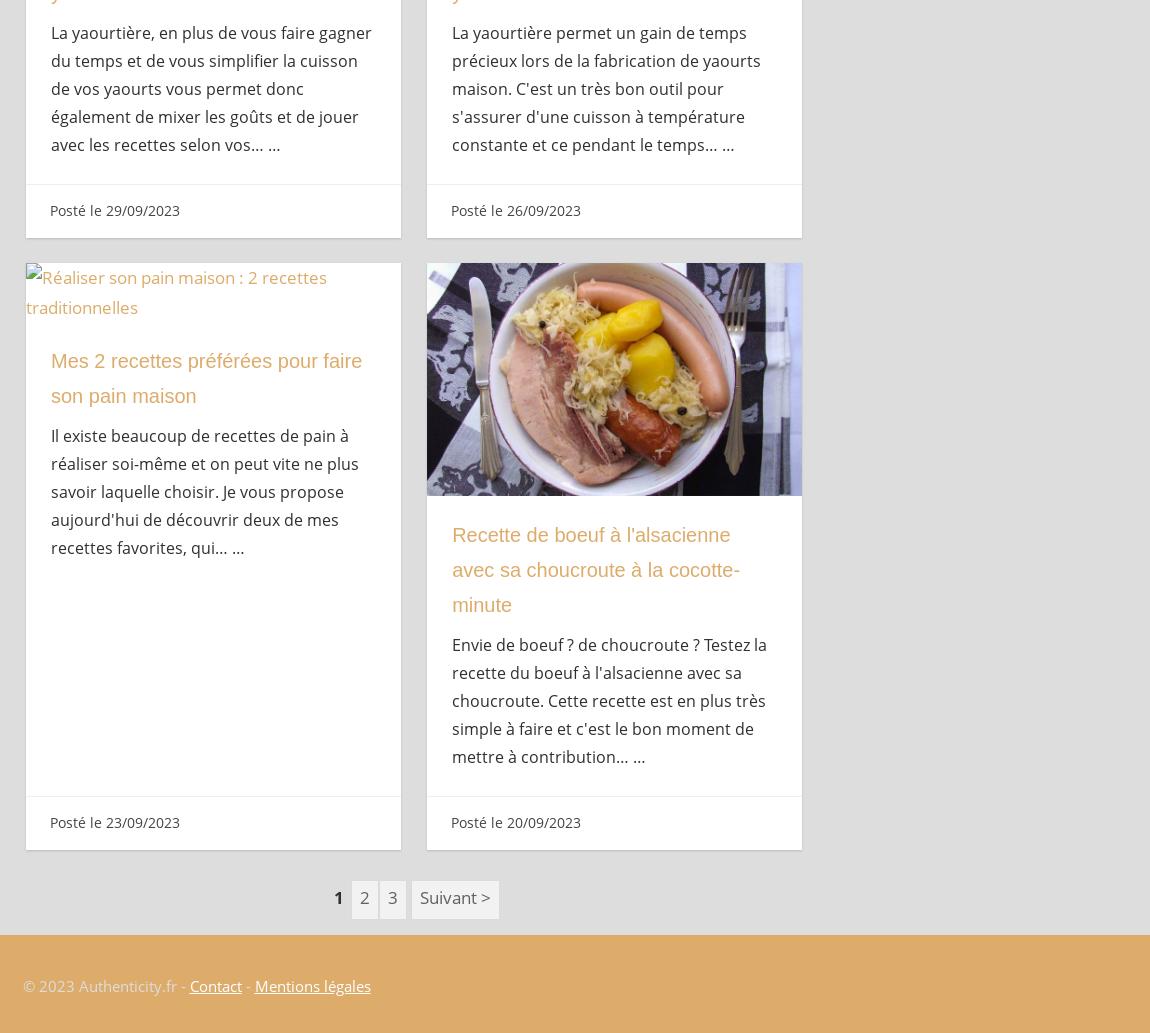 The width and height of the screenshot is (1150, 1033). I want to click on 'Posté le 20/09/2023', so click(514, 822).